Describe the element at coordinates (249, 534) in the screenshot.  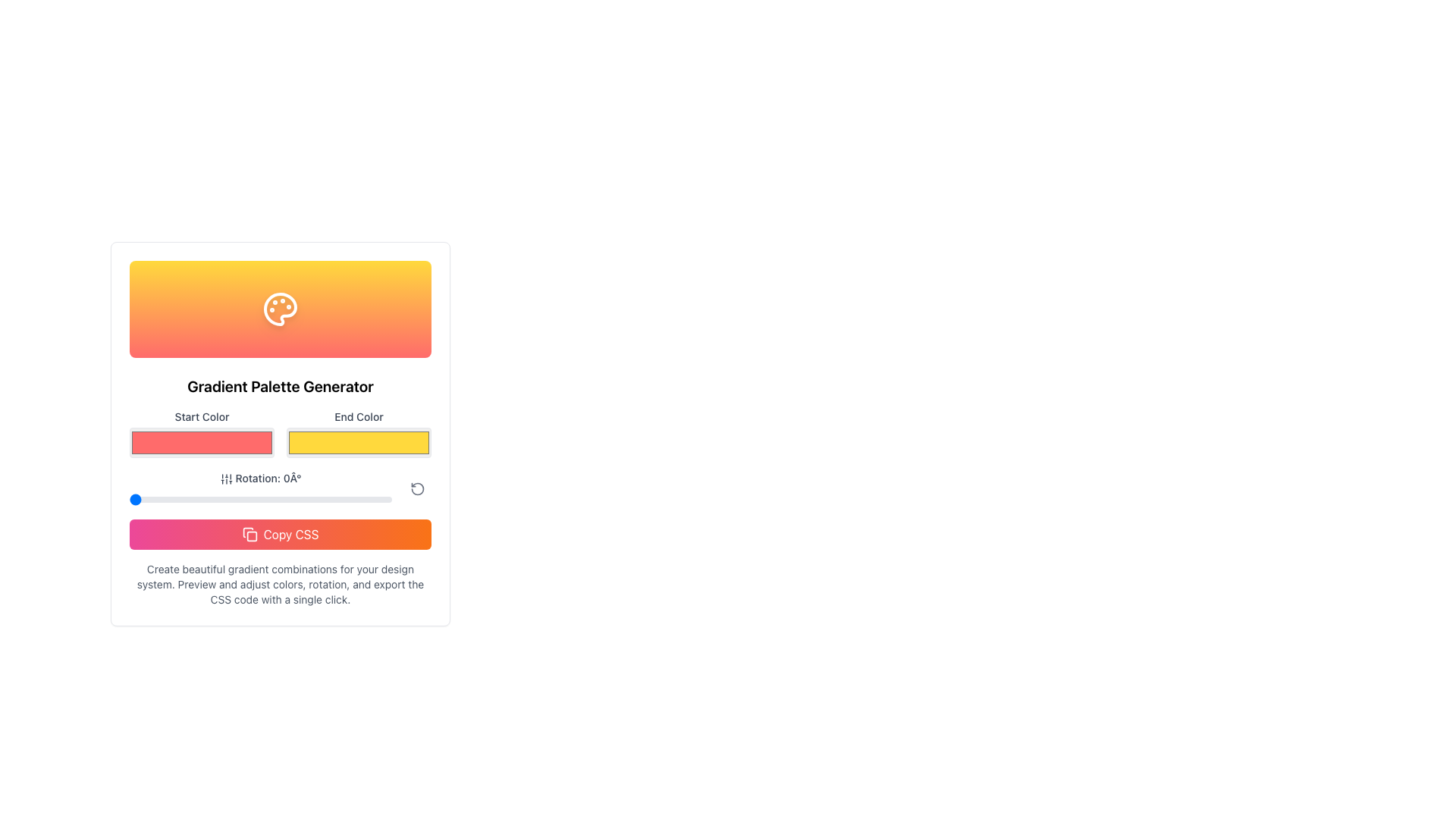
I see `the clipboard icon inside the 'Copy CSS' button, which is a clean, linear design element located in the lower portion of the interface` at that location.